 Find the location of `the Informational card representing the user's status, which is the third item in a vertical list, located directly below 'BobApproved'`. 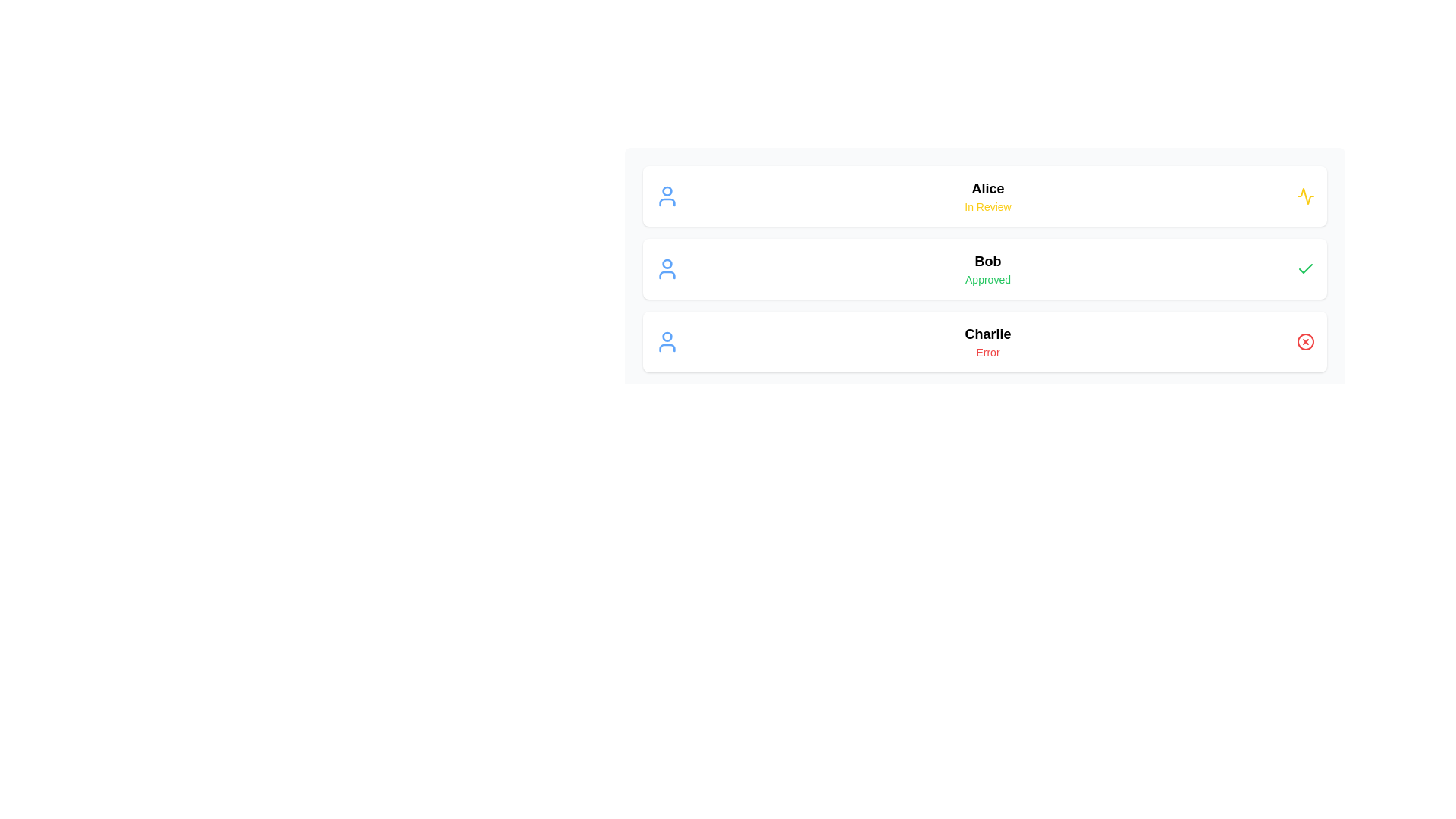

the Informational card representing the user's status, which is the third item in a vertical list, located directly below 'BobApproved' is located at coordinates (985, 342).